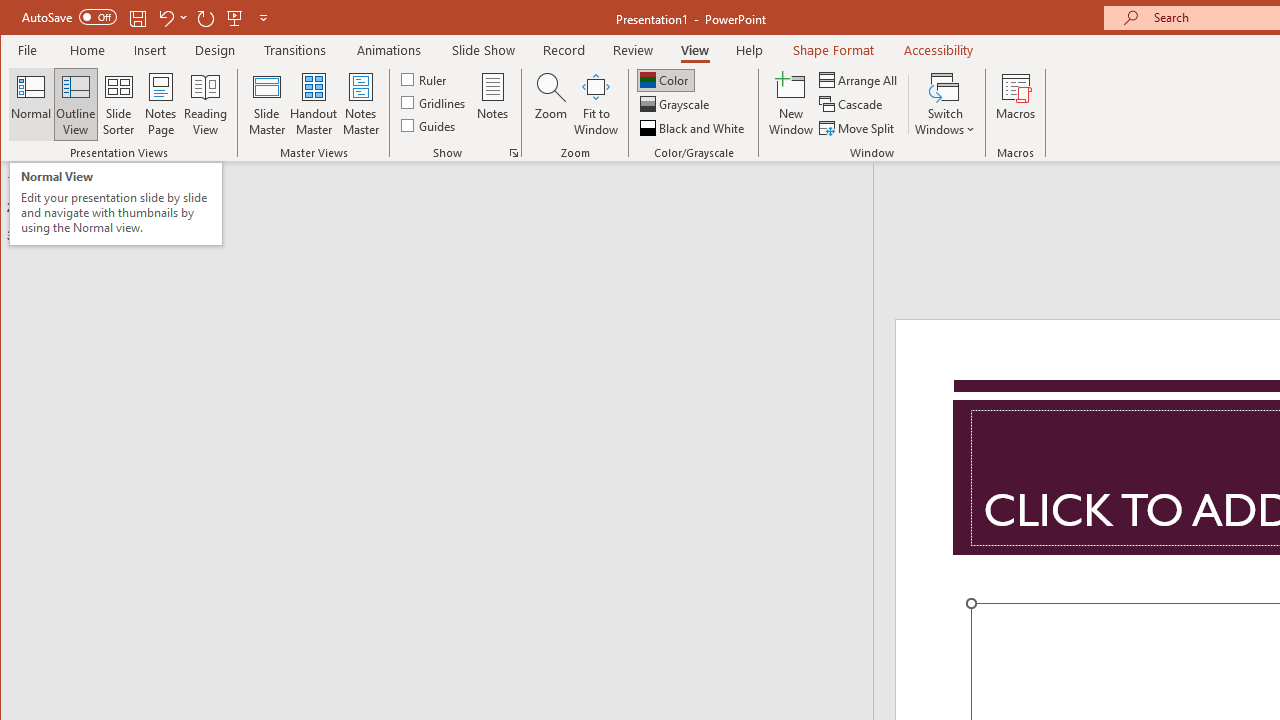 This screenshot has height=720, width=1280. Describe the element at coordinates (860, 79) in the screenshot. I see `'Arrange All'` at that location.